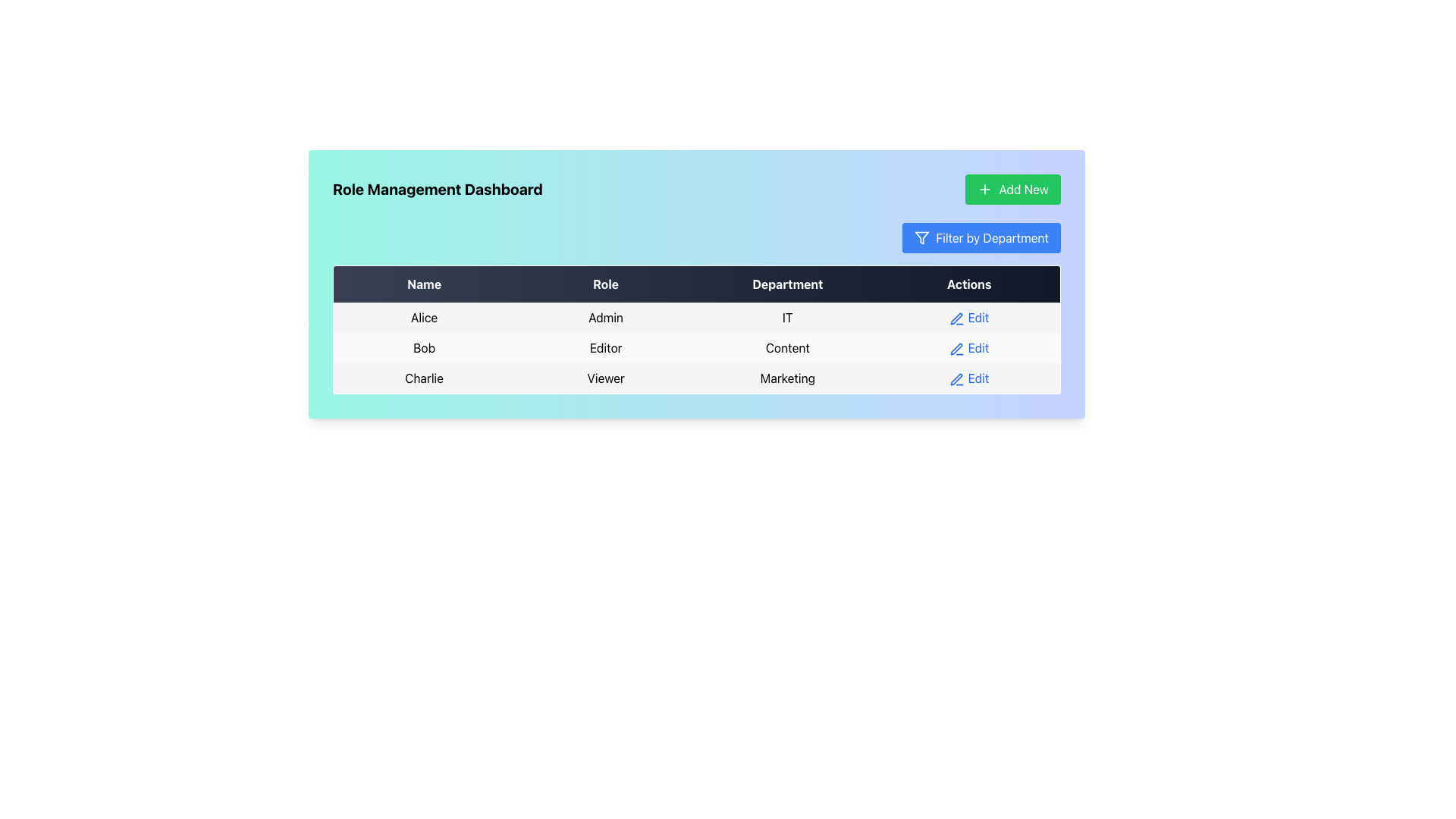  Describe the element at coordinates (787, 317) in the screenshot. I see `text element displaying 'IT' located in the 'Department' column of the table corresponding to the 'Admin' role` at that location.